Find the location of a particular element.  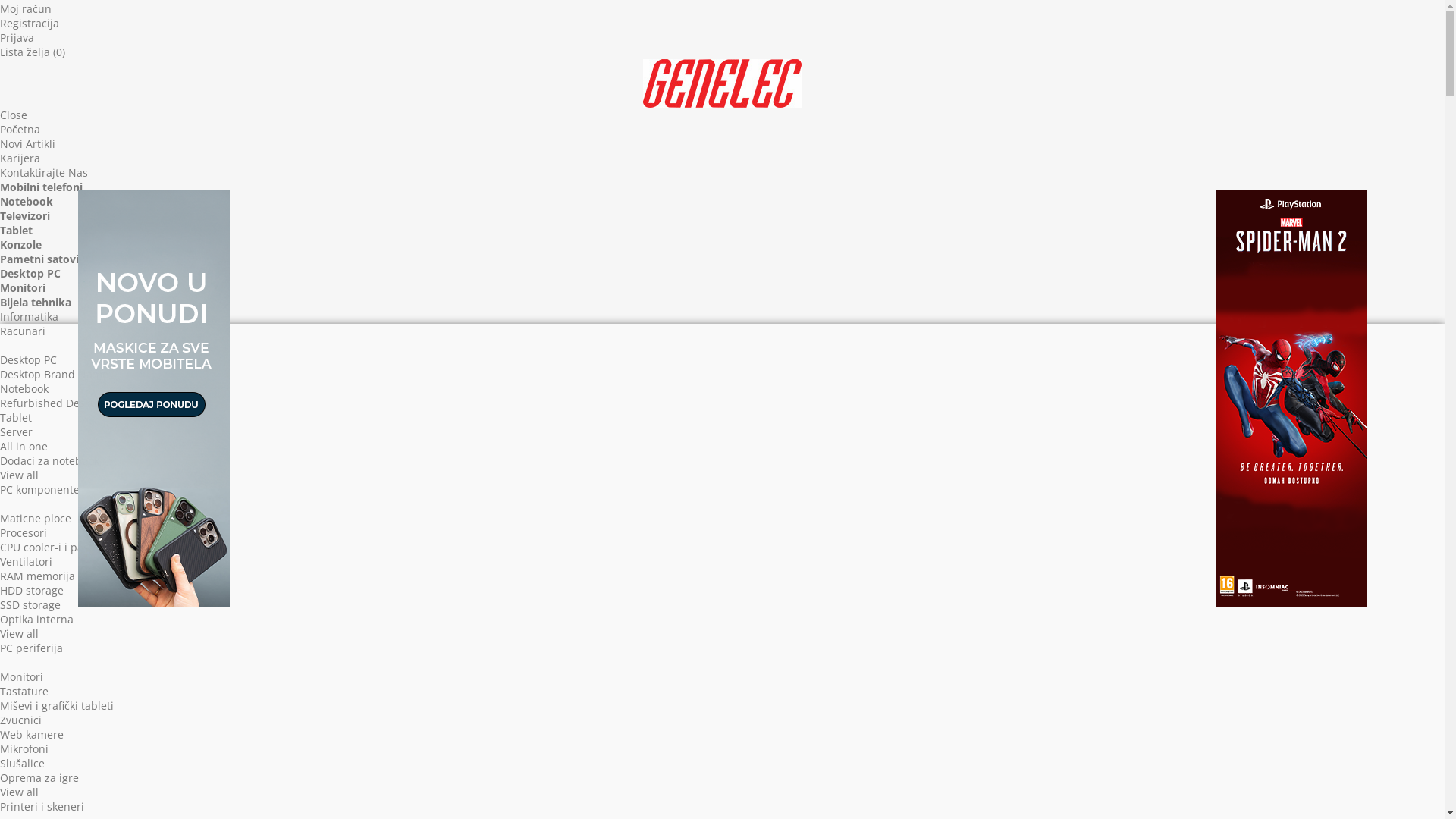

'Novi Artikli' is located at coordinates (0, 143).